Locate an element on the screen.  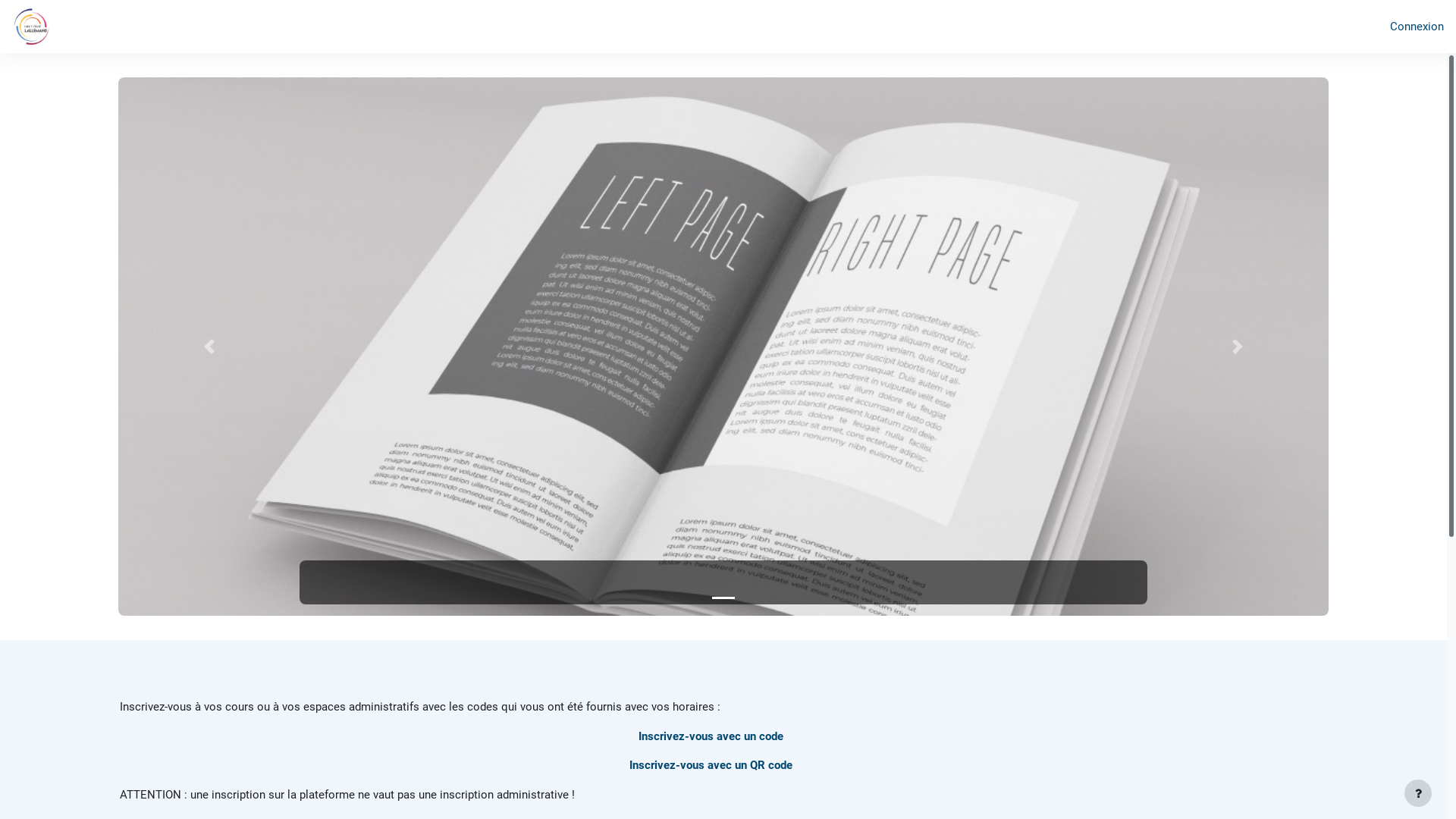
'Connexion' is located at coordinates (1416, 27).